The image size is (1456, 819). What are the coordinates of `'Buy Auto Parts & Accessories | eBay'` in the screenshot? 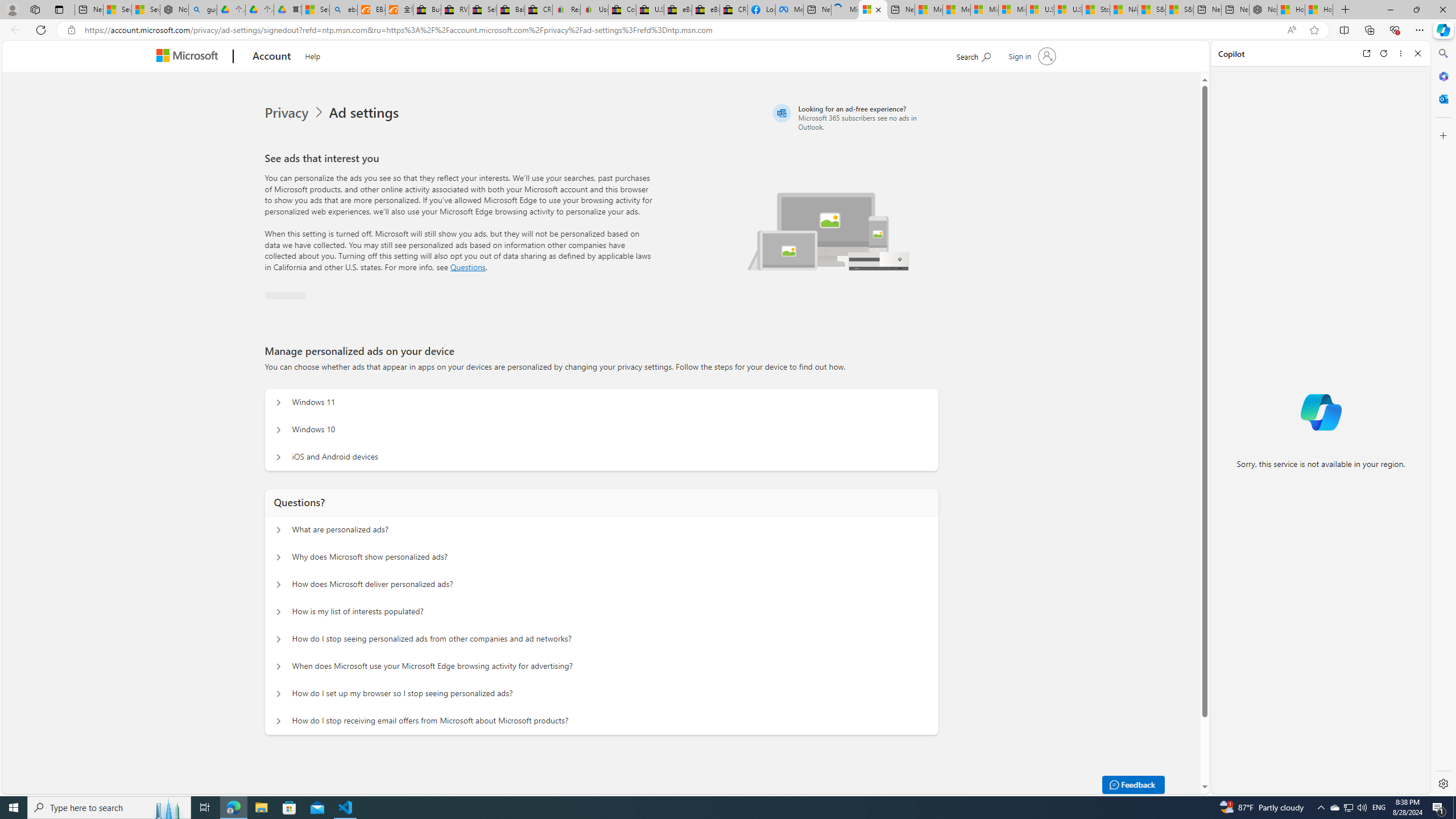 It's located at (427, 9).